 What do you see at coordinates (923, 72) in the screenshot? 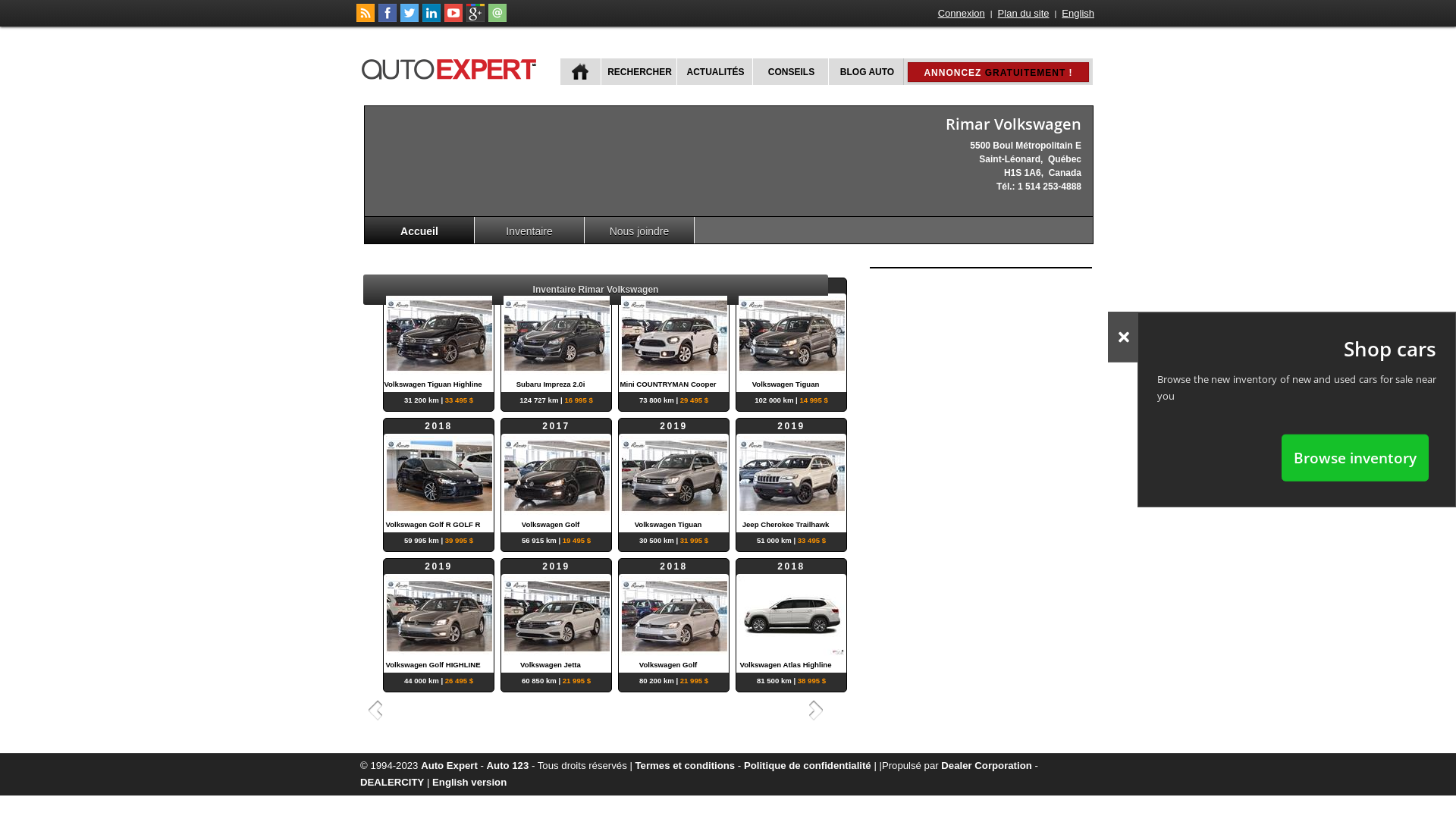
I see `'ANNONCEZ GRATUITEMENT !'` at bounding box center [923, 72].